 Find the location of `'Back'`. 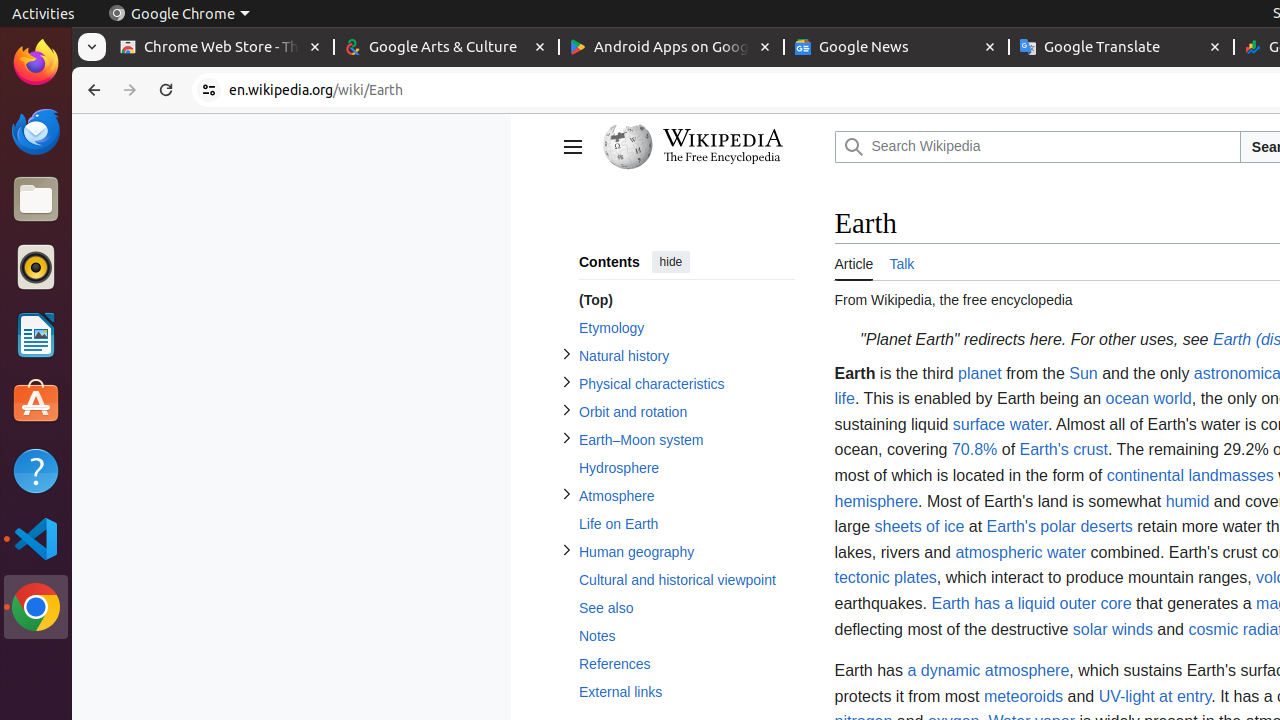

'Back' is located at coordinates (90, 90).